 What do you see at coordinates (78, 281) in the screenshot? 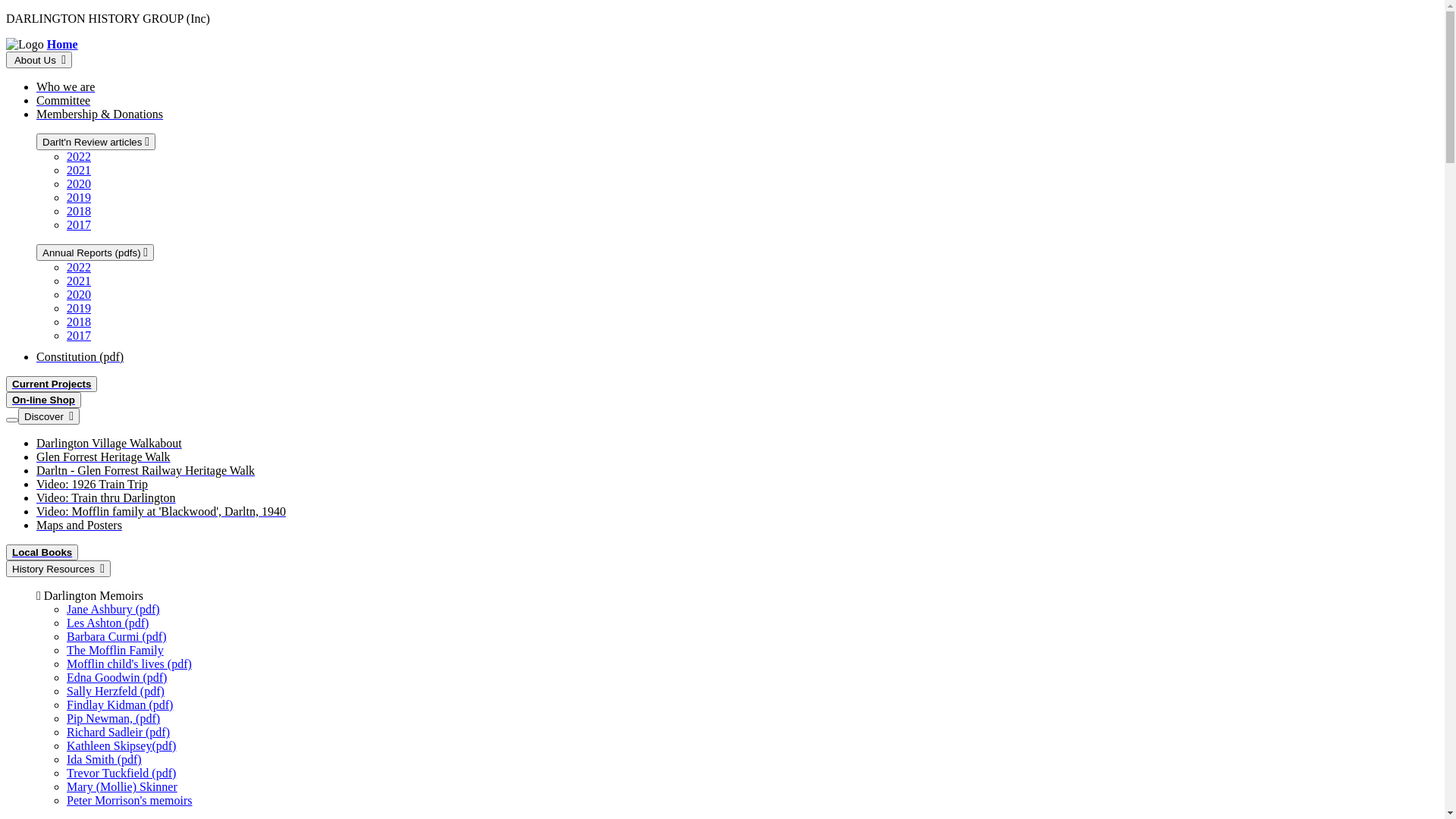
I see `'2021'` at bounding box center [78, 281].